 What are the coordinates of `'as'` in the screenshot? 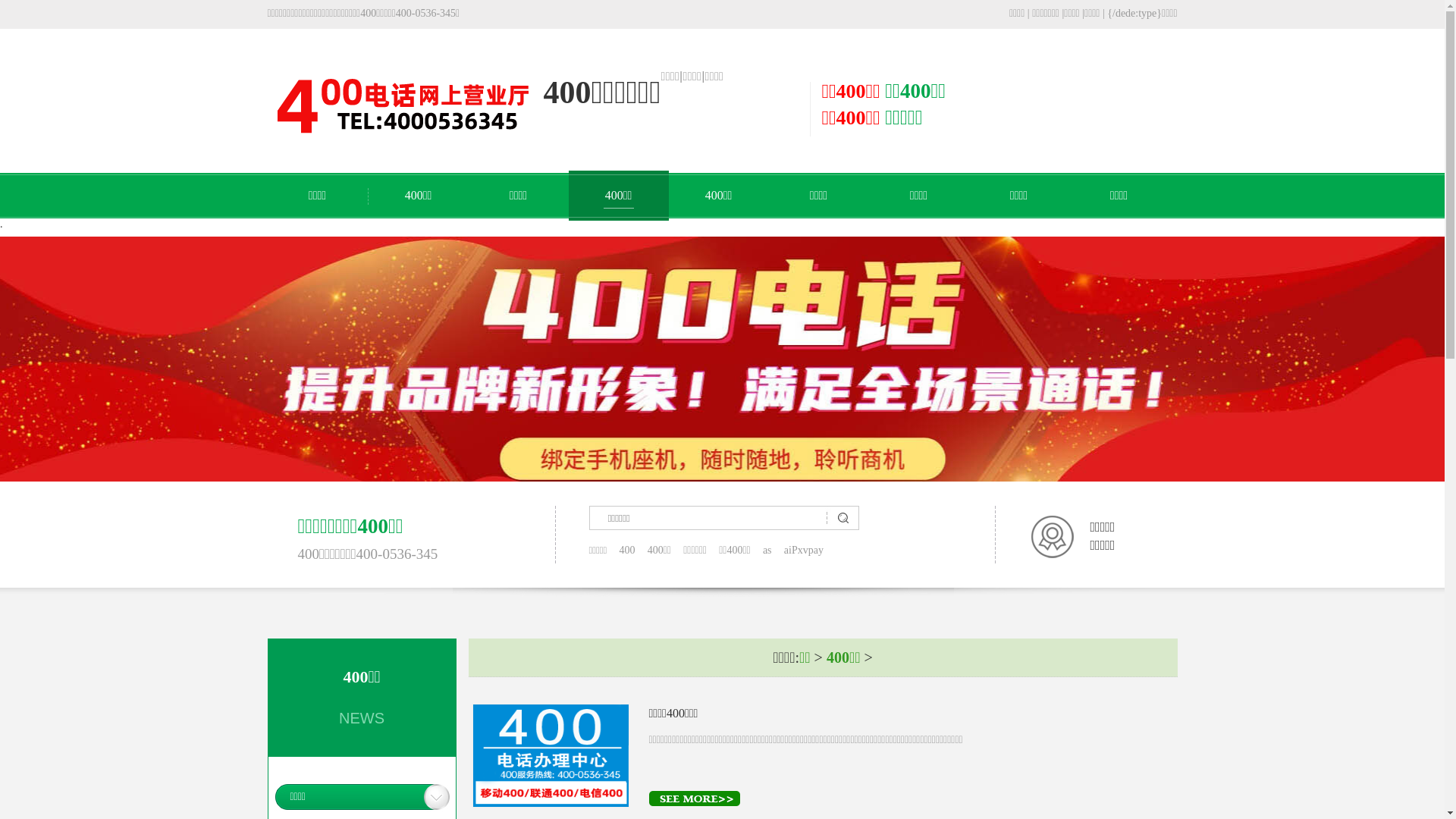 It's located at (767, 550).